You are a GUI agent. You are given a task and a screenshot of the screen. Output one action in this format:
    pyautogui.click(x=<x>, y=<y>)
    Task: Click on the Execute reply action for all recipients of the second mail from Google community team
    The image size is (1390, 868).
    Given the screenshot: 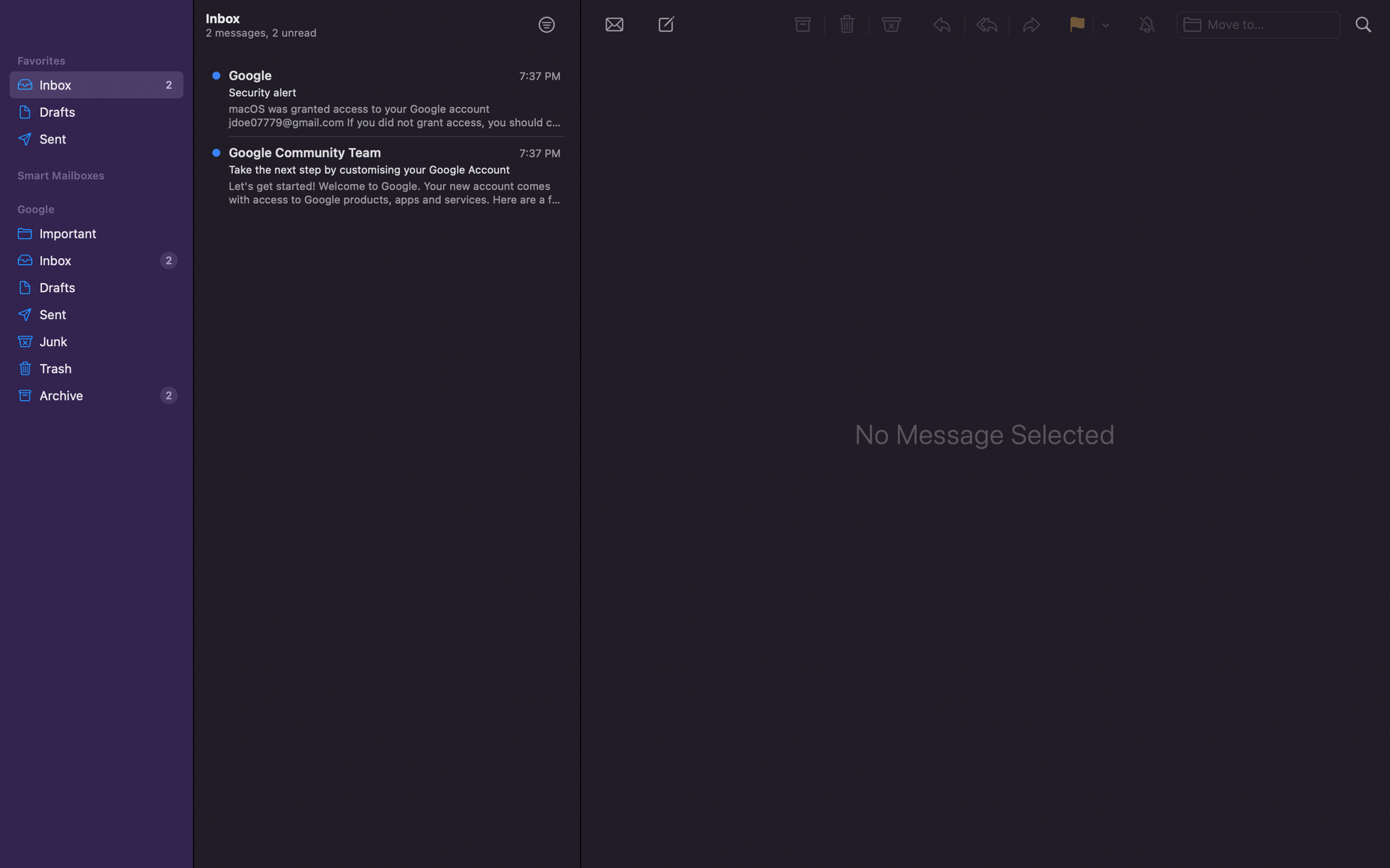 What is the action you would take?
    pyautogui.click(x=388, y=177)
    